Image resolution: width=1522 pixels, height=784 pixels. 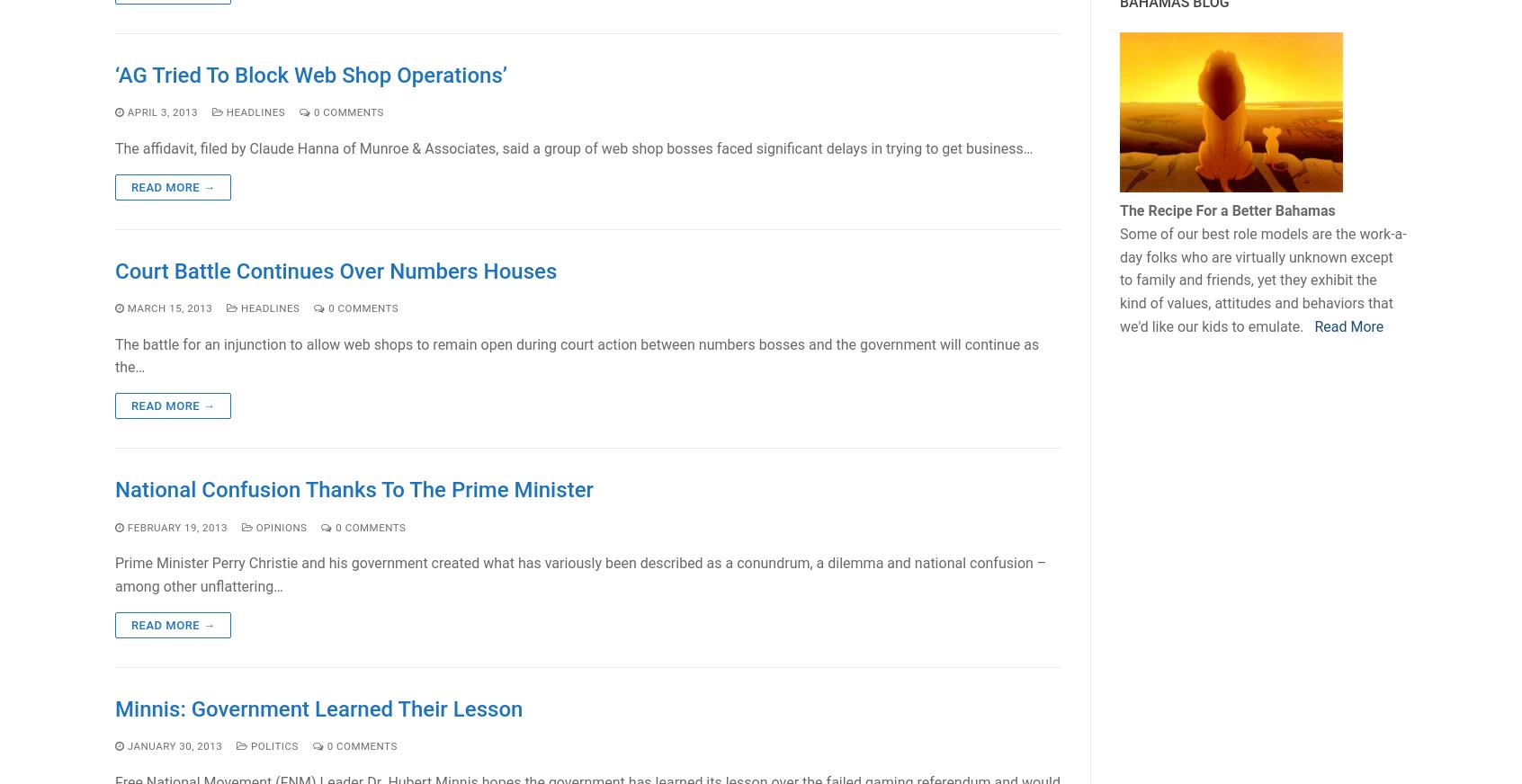 I want to click on 'Prime Minister Perry Christie and his government created what has variously been described as a conundrum, a dilemma and national confusion – among other unflattering…', so click(x=115, y=575).